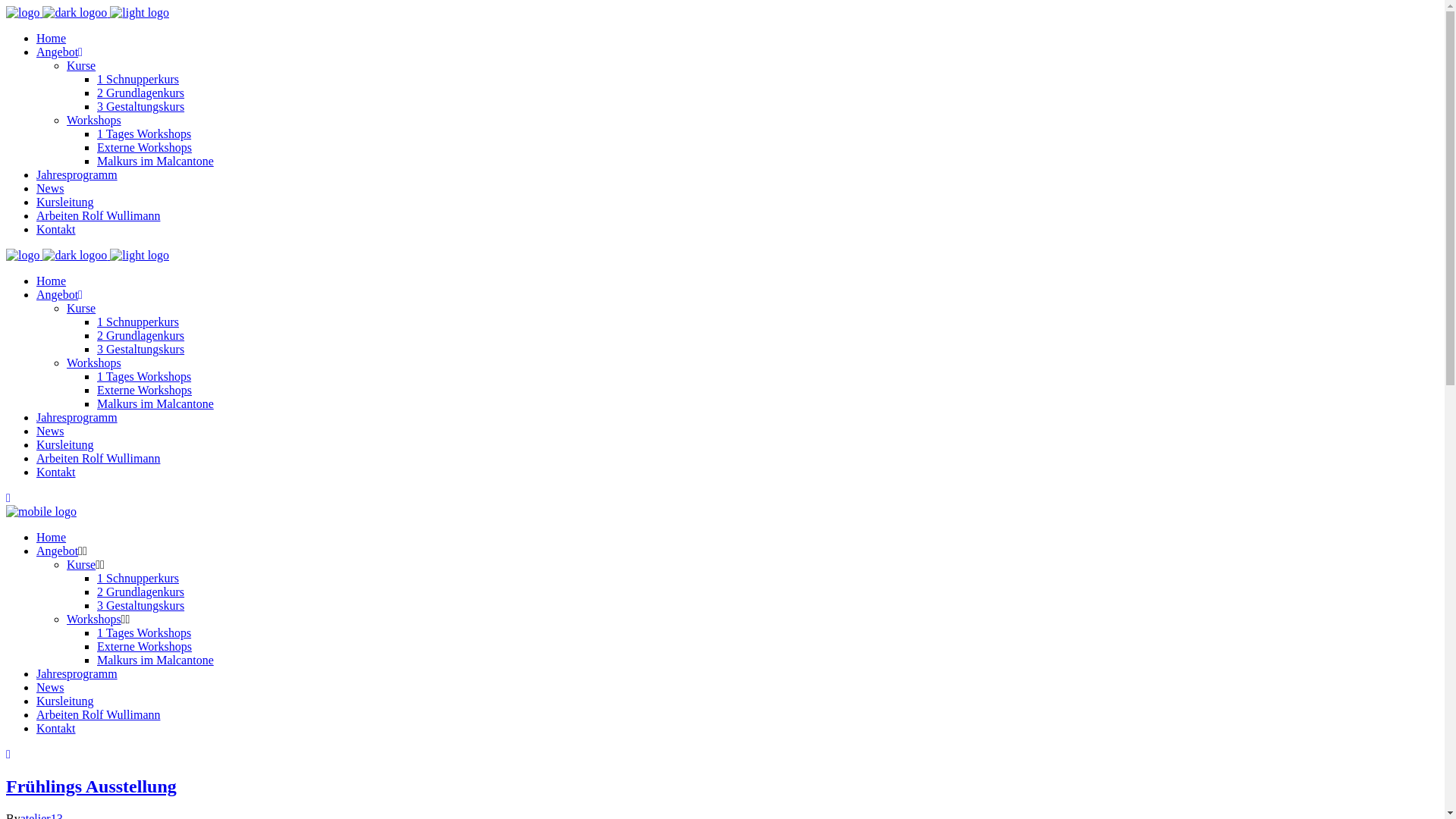 The height and width of the screenshot is (819, 1456). Describe the element at coordinates (138, 578) in the screenshot. I see `'1 Schnupperkurs'` at that location.